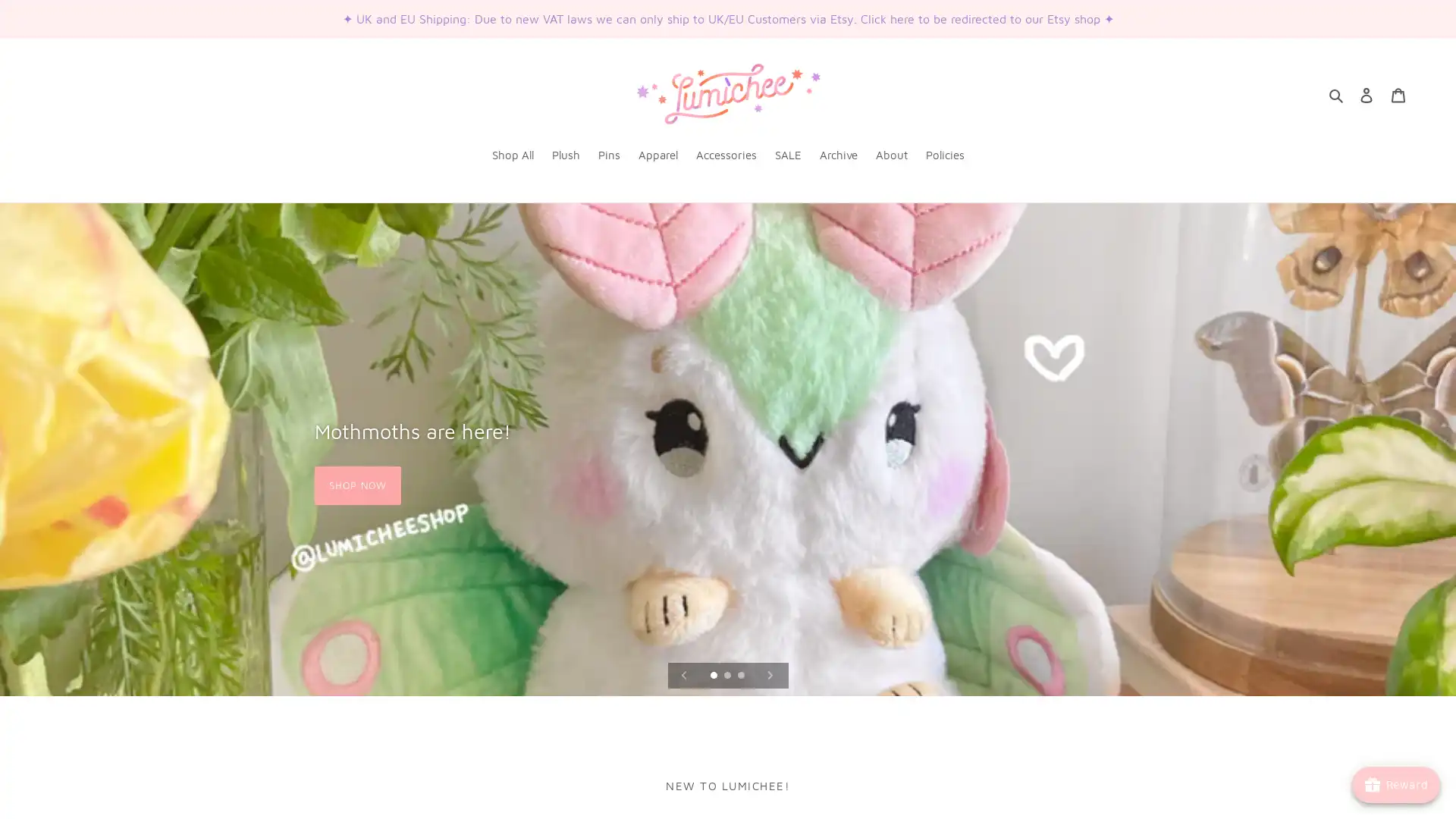 The width and height of the screenshot is (1456, 819). Describe the element at coordinates (769, 674) in the screenshot. I see `Next slide` at that location.